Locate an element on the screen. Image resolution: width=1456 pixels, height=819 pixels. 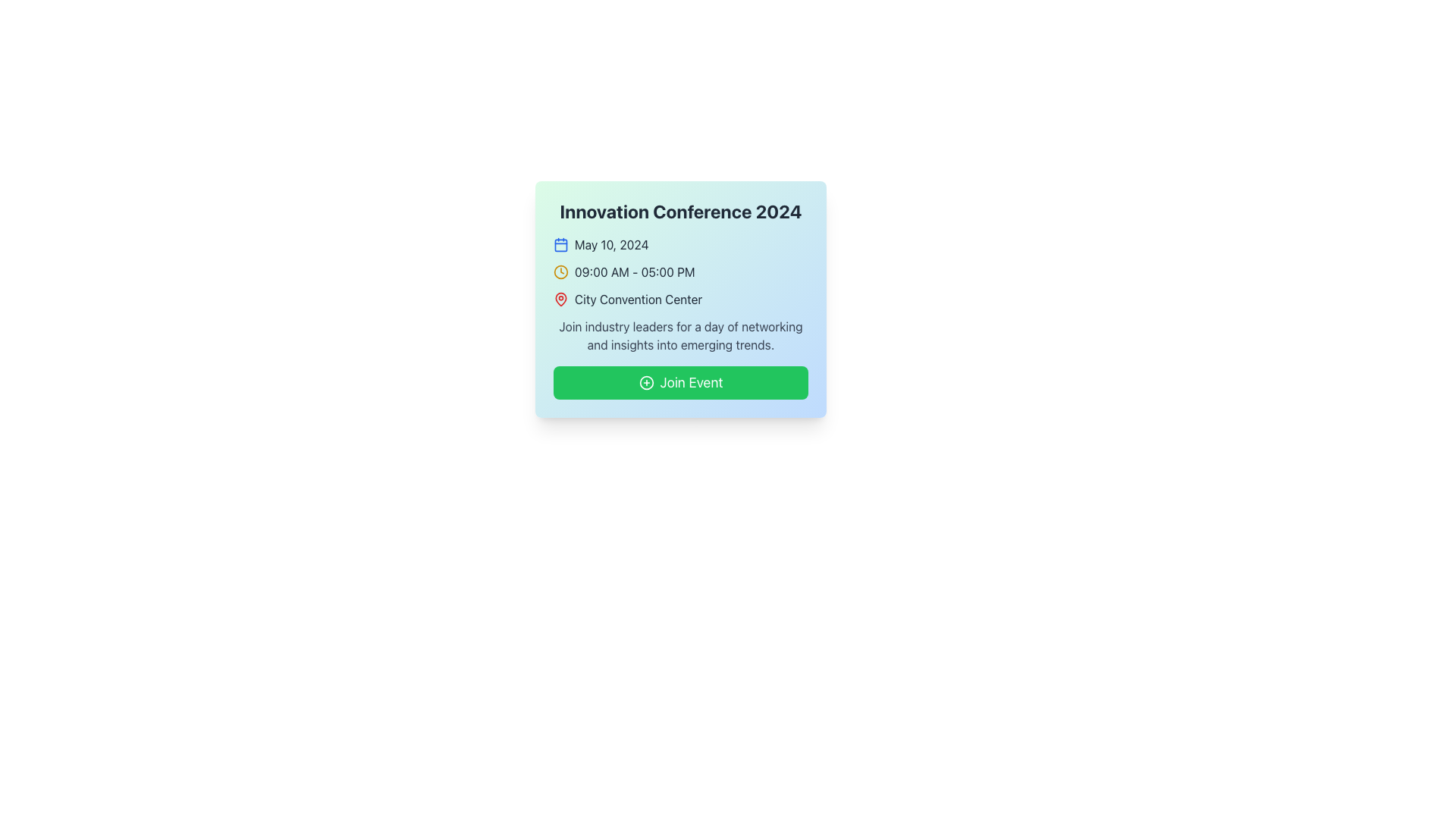
the clock icon located in the middle row of the event card, which is aligned to the left of the text '09:00 AM - 05:00 PM' is located at coordinates (560, 271).